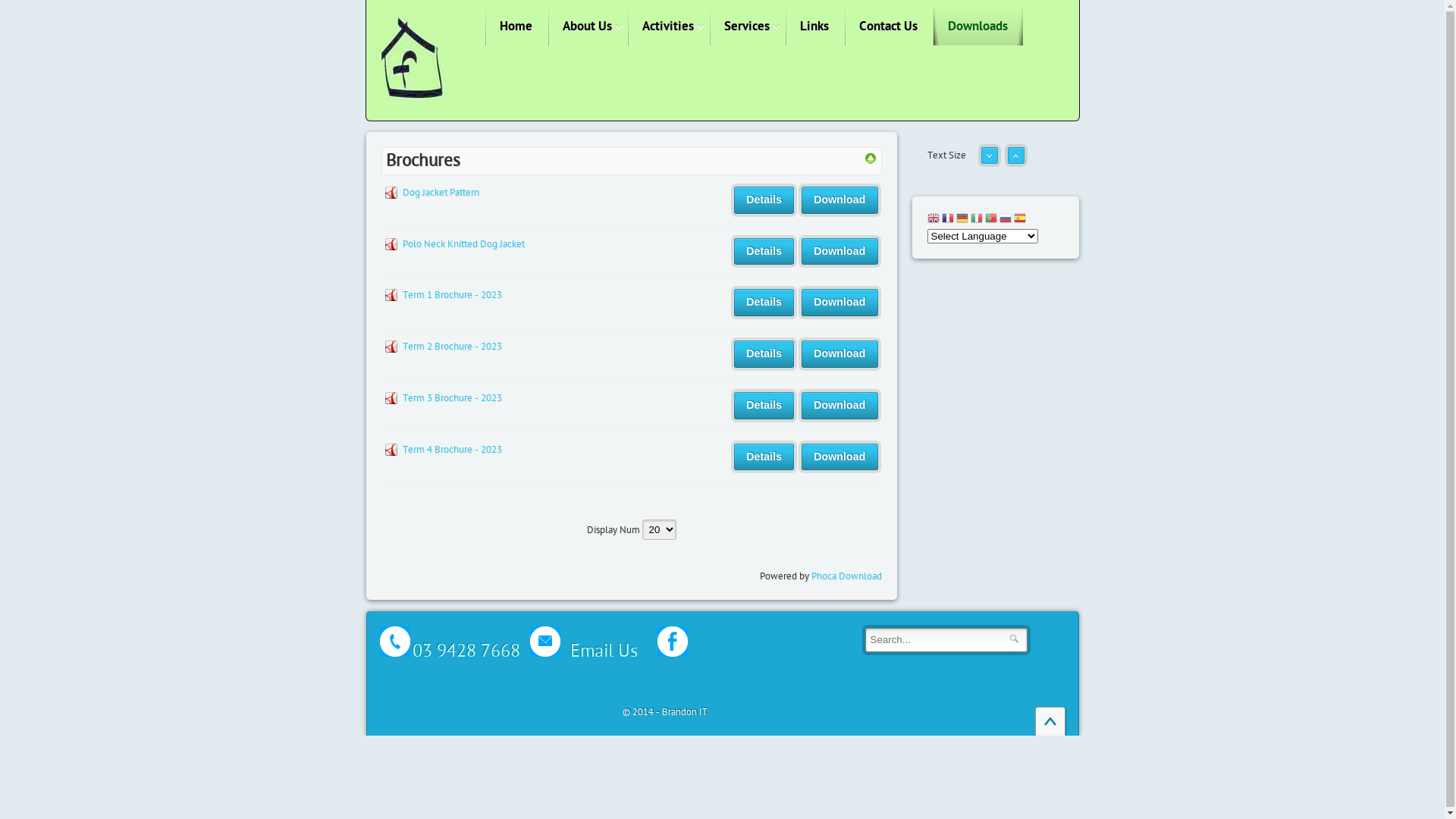 This screenshot has width=1456, height=819. I want to click on 'Decrease Text Size', so click(981, 161).